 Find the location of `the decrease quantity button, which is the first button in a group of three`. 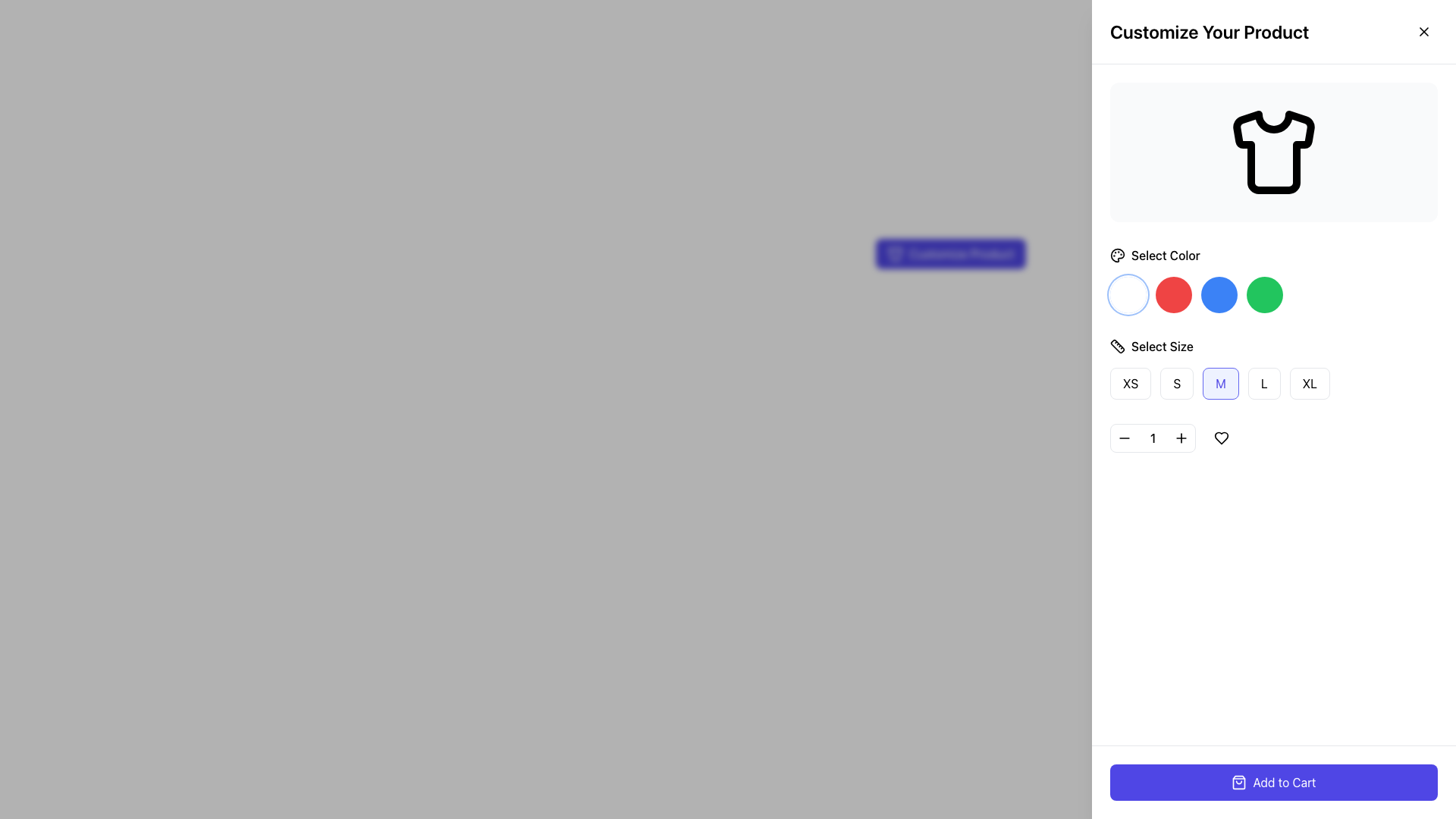

the decrease quantity button, which is the first button in a group of three is located at coordinates (1125, 438).